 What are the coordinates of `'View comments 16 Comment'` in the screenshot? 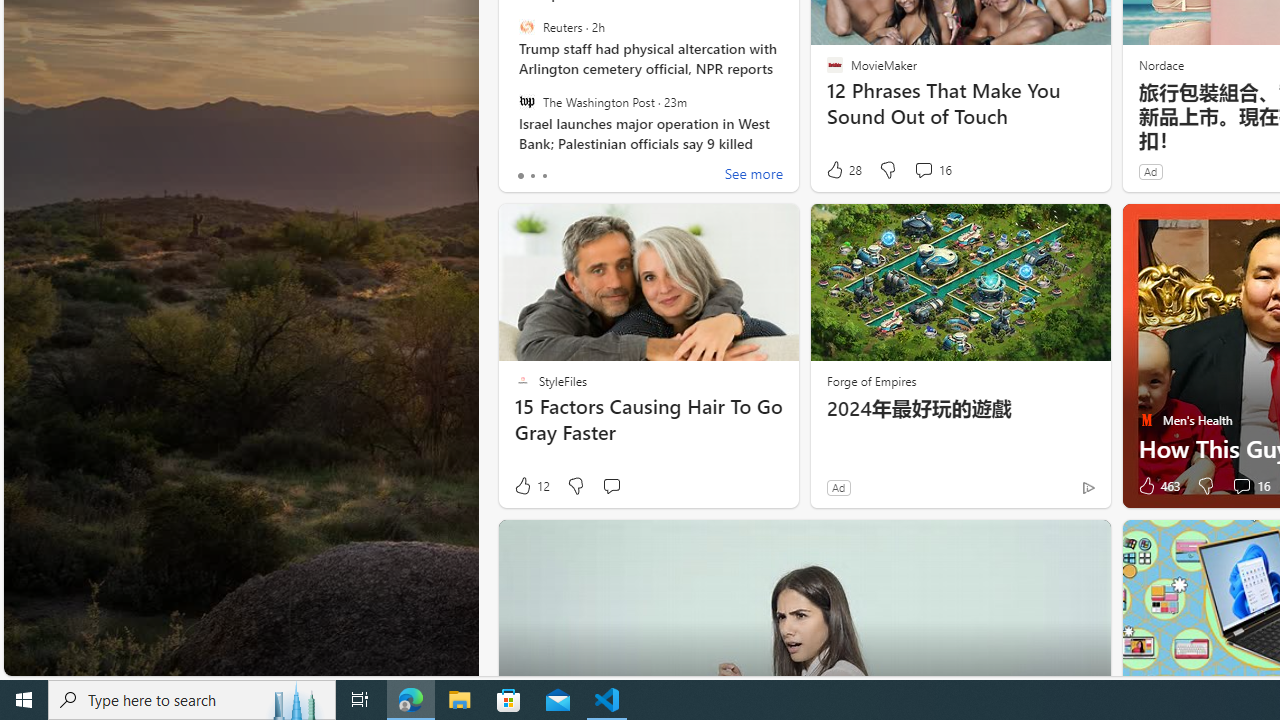 It's located at (1248, 486).